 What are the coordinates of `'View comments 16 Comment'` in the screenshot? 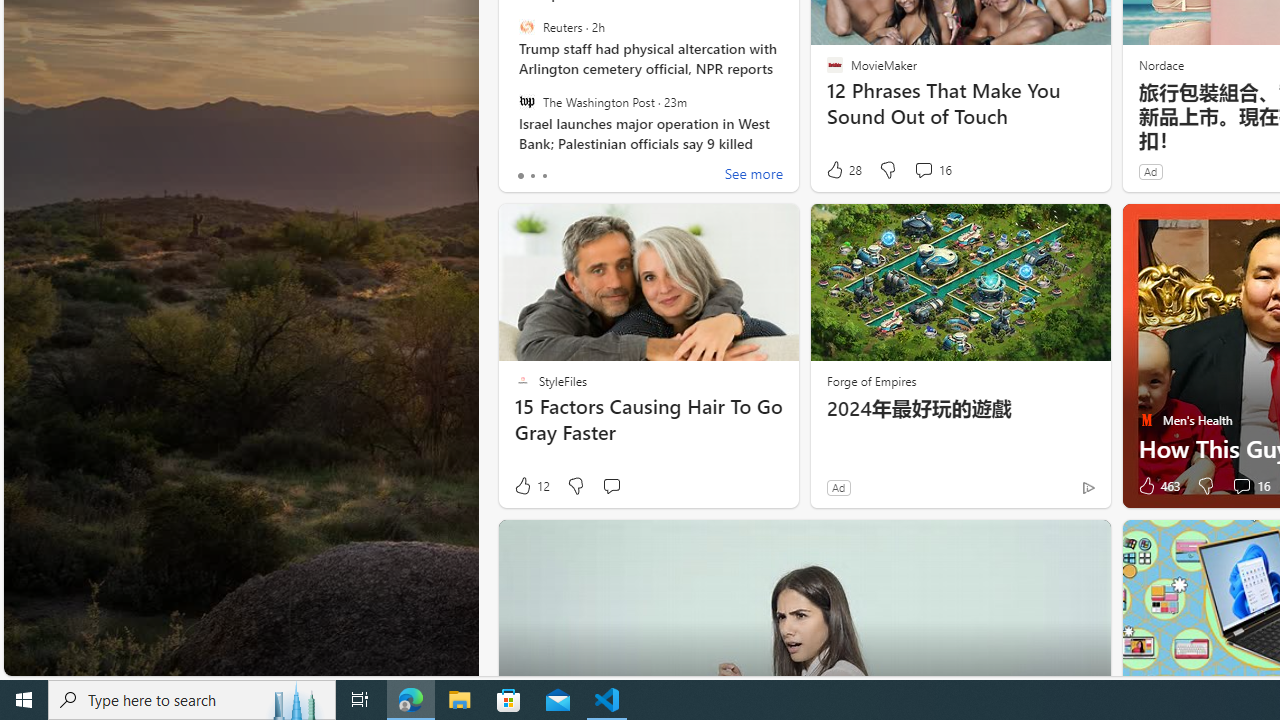 It's located at (1248, 486).